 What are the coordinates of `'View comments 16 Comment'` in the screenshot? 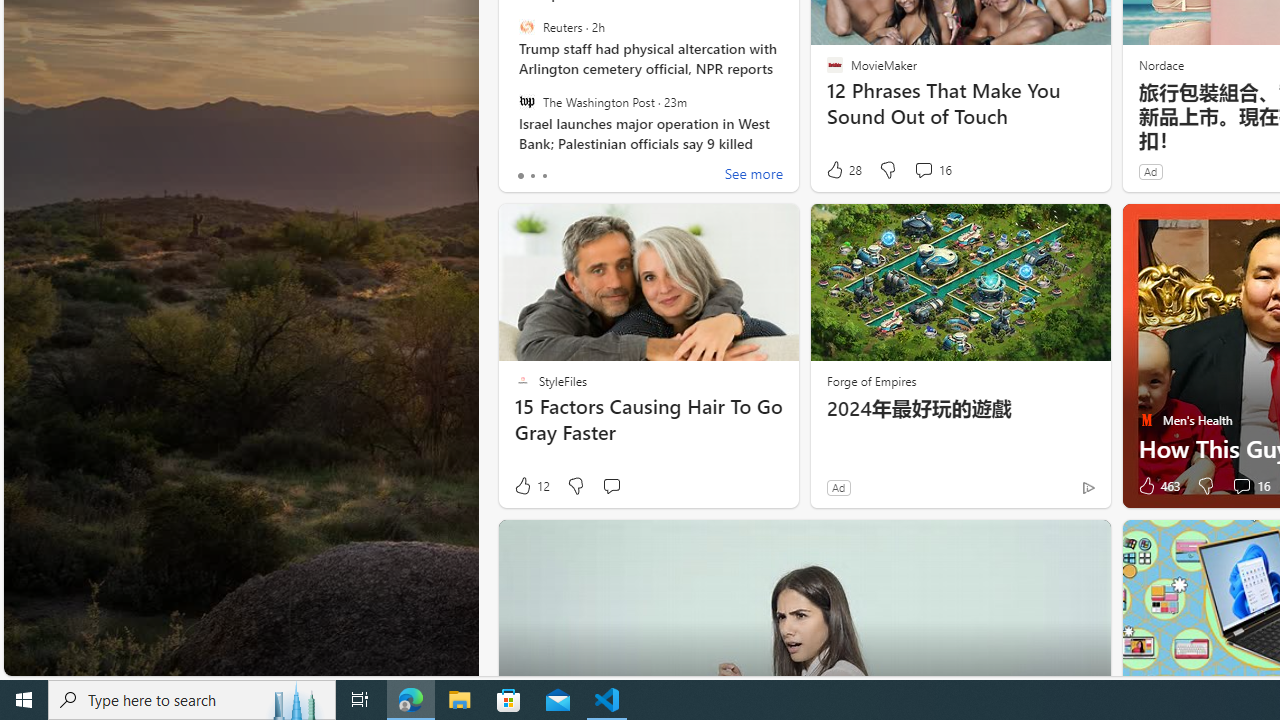 It's located at (1248, 486).